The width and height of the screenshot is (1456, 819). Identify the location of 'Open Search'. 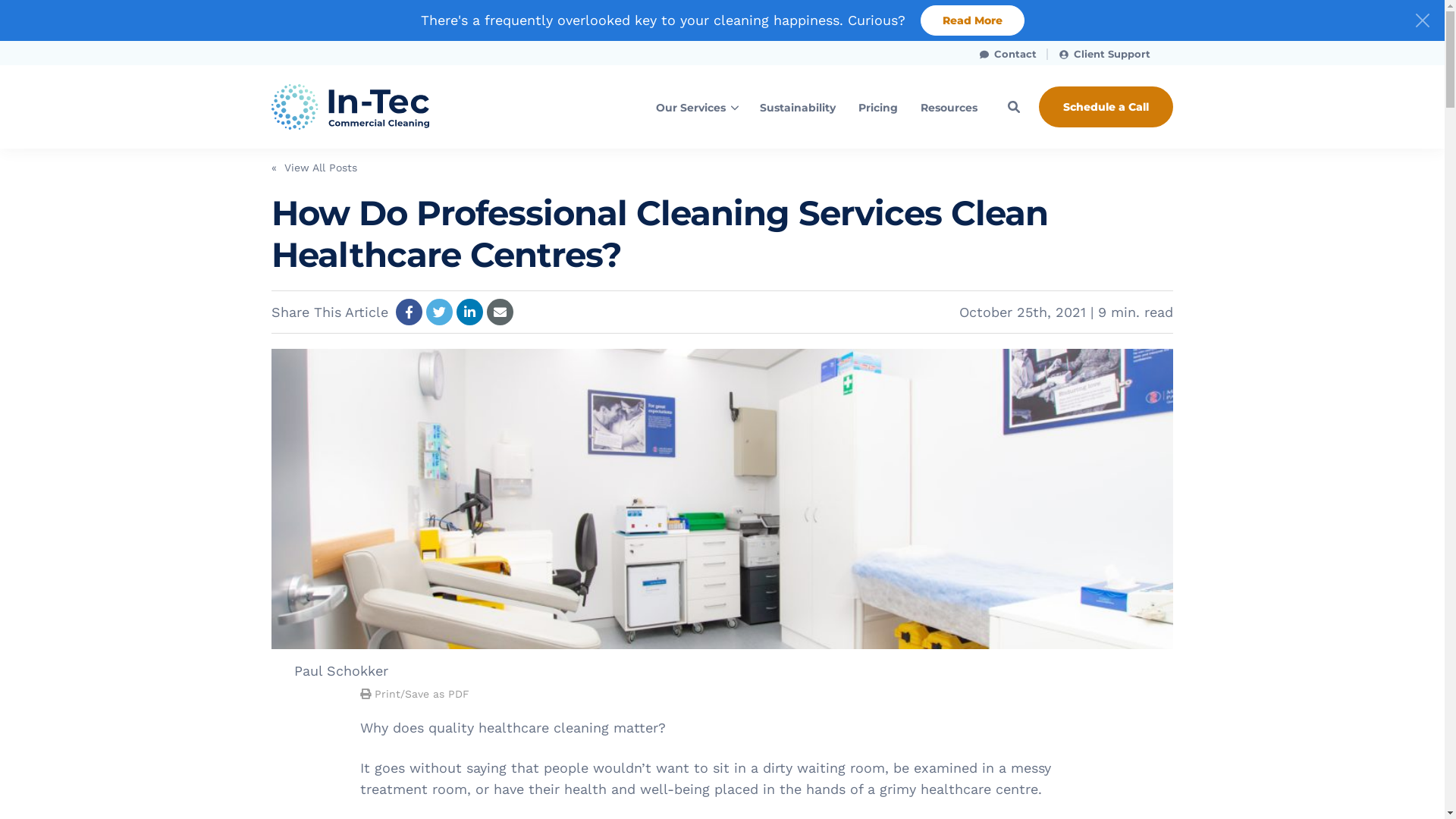
(1014, 106).